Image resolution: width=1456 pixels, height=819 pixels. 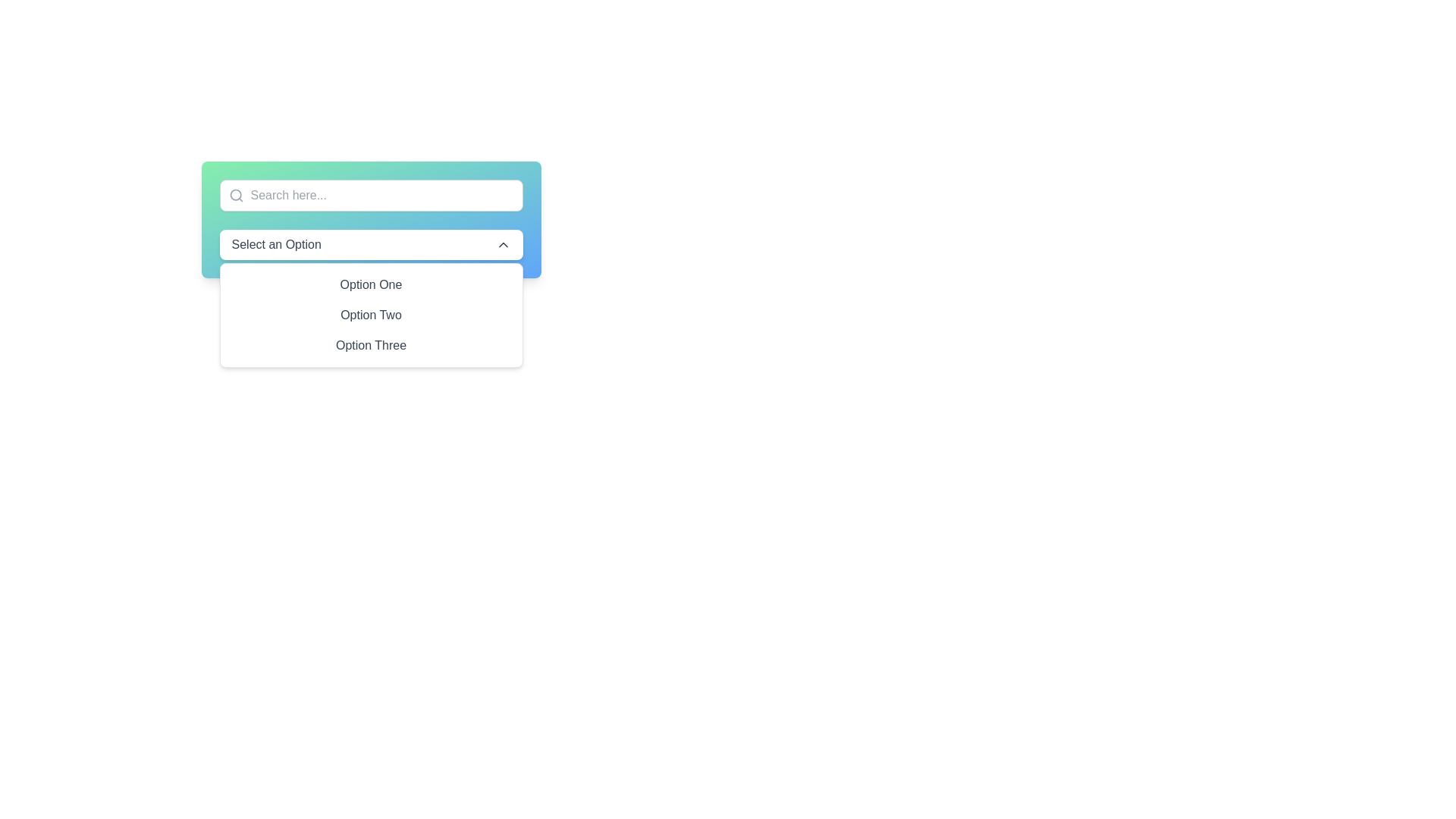 I want to click on the dropdown menu labeled 'Select an Option', so click(x=371, y=244).